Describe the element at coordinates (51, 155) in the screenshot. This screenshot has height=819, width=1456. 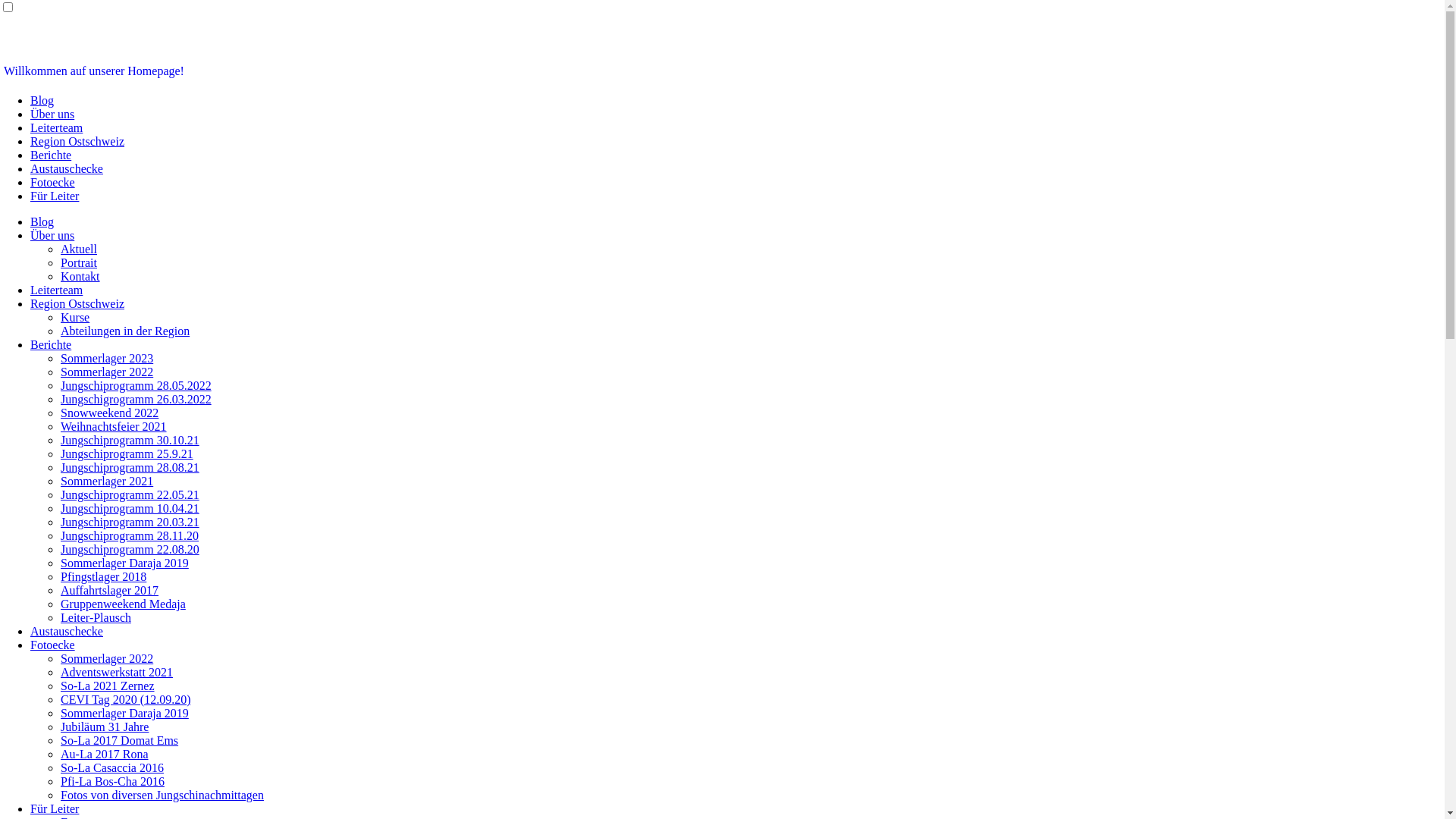
I see `'Berichte'` at that location.